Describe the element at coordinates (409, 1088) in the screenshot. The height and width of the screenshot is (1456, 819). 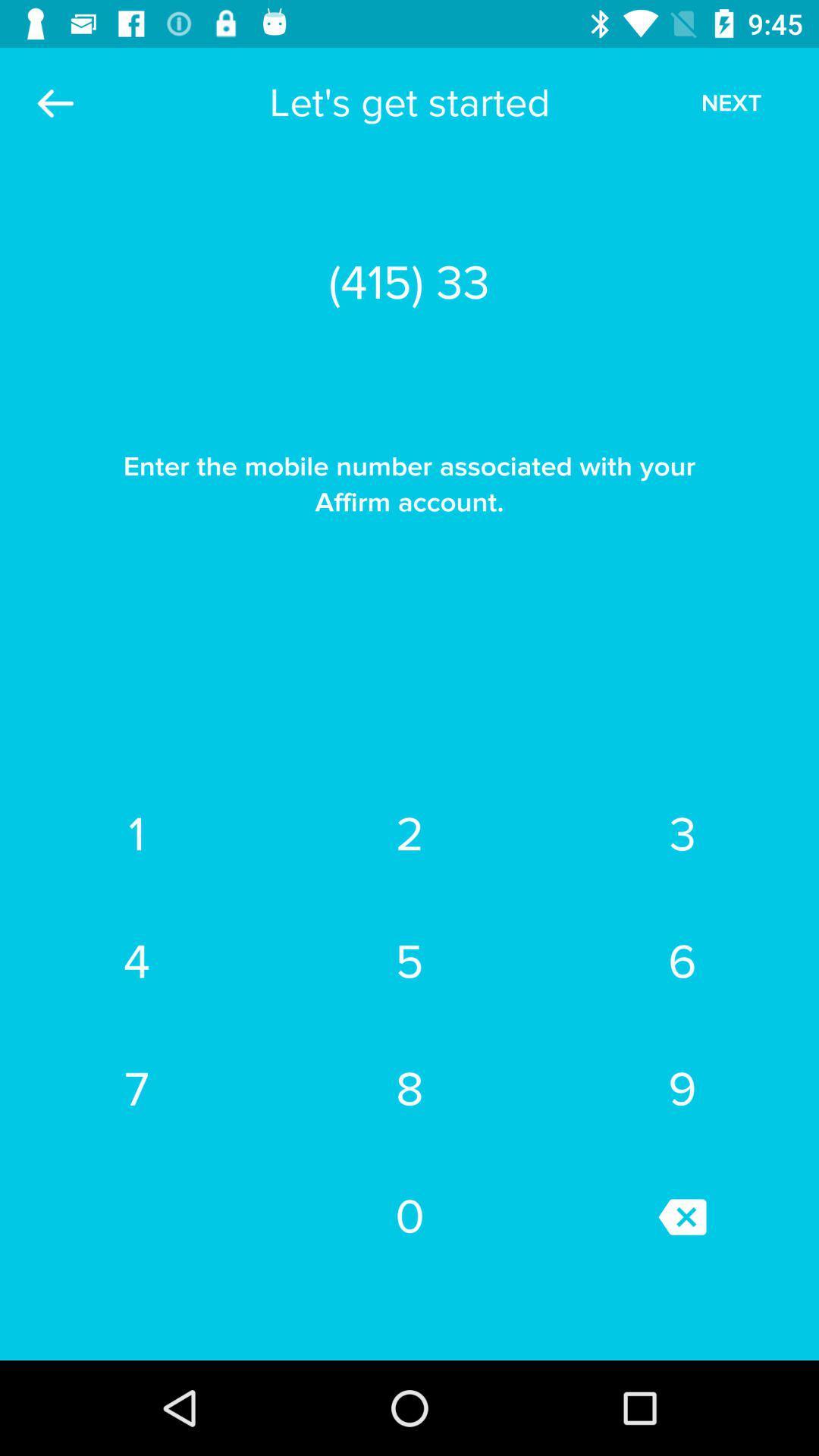
I see `the icon next to 6 item` at that location.